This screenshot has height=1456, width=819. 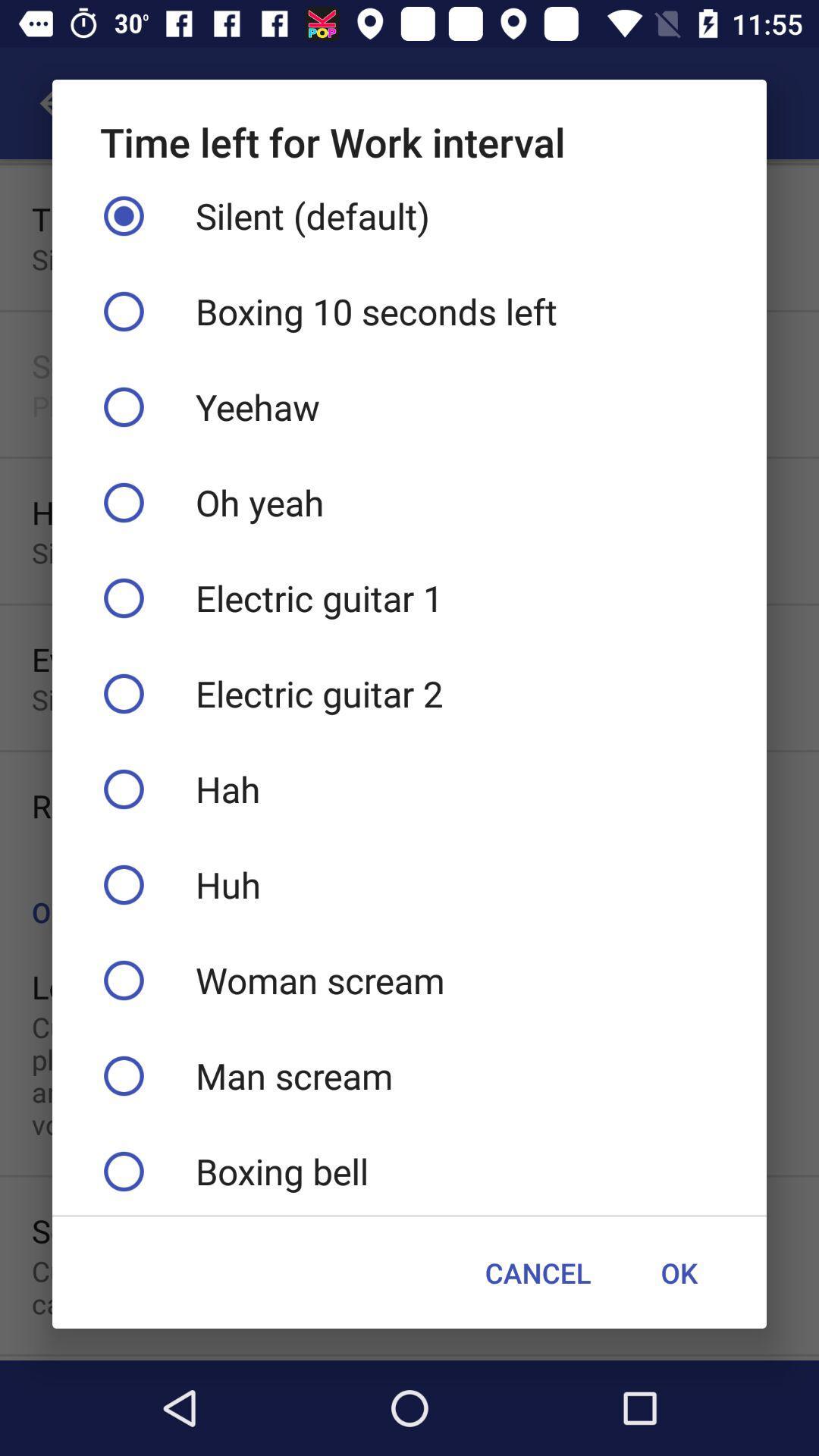 I want to click on cancel, so click(x=537, y=1272).